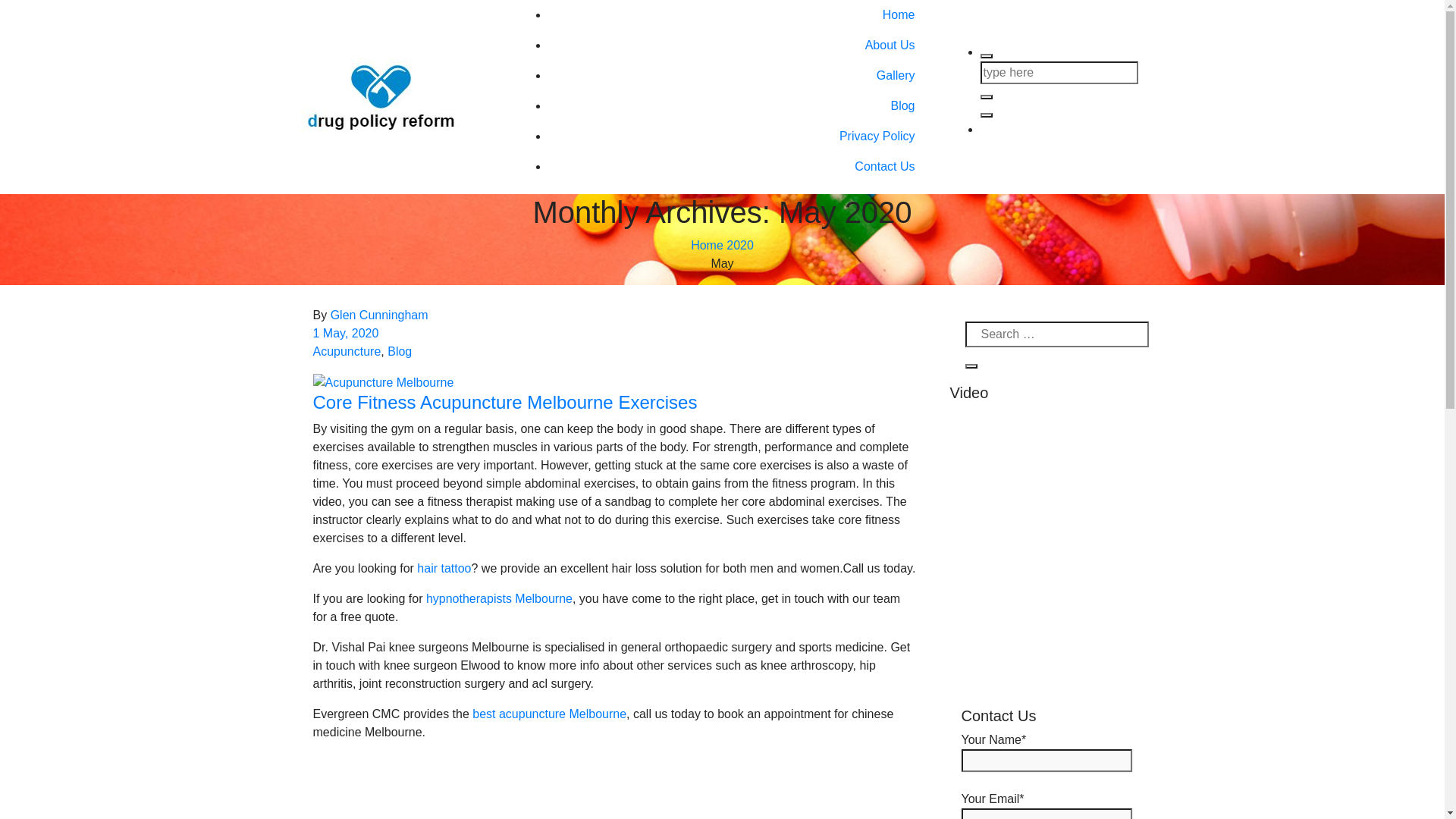  Describe the element at coordinates (379, 314) in the screenshot. I see `'Glen Cunningham'` at that location.